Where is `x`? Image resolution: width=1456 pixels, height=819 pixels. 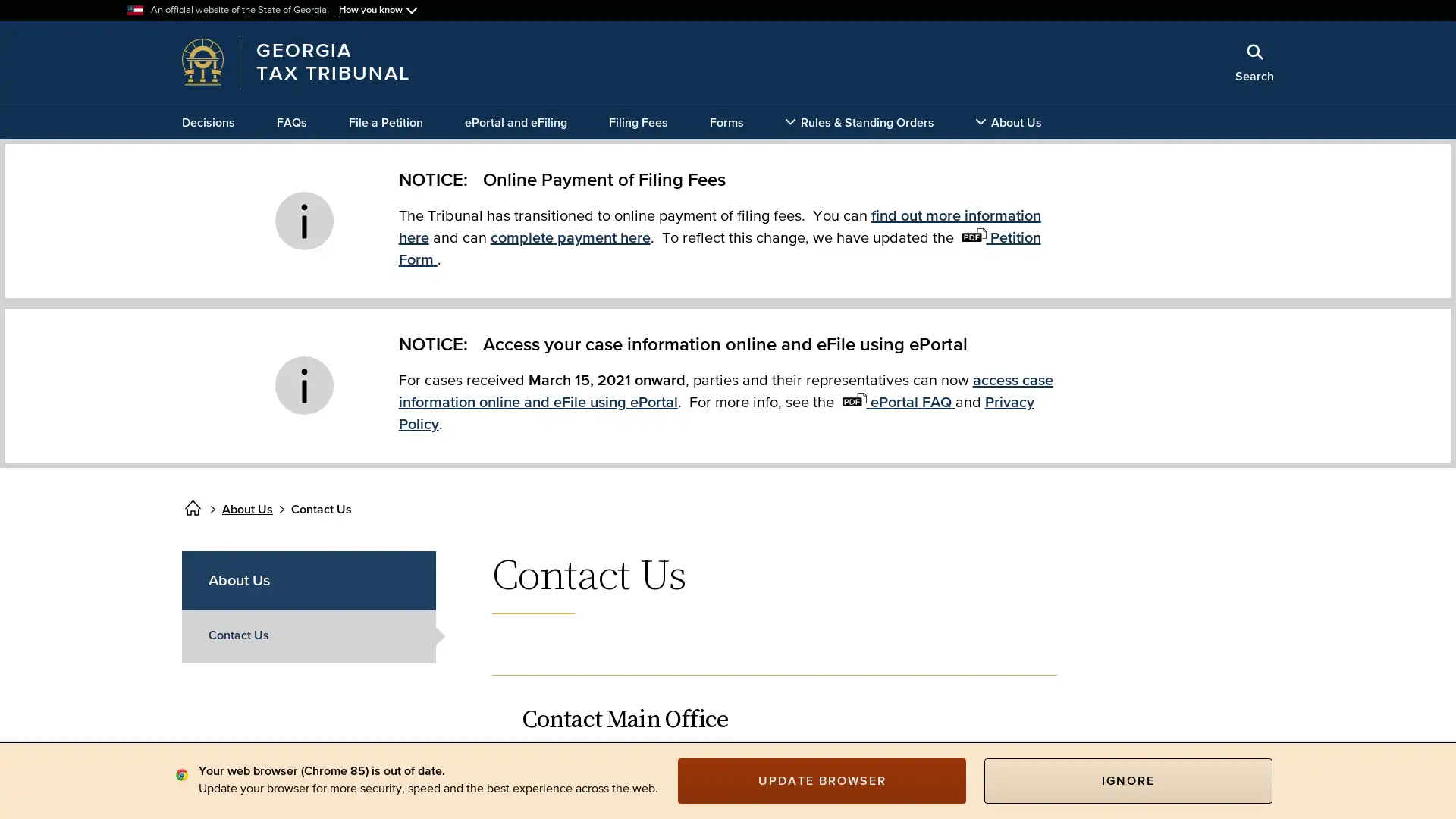 x is located at coordinates (326, 247).